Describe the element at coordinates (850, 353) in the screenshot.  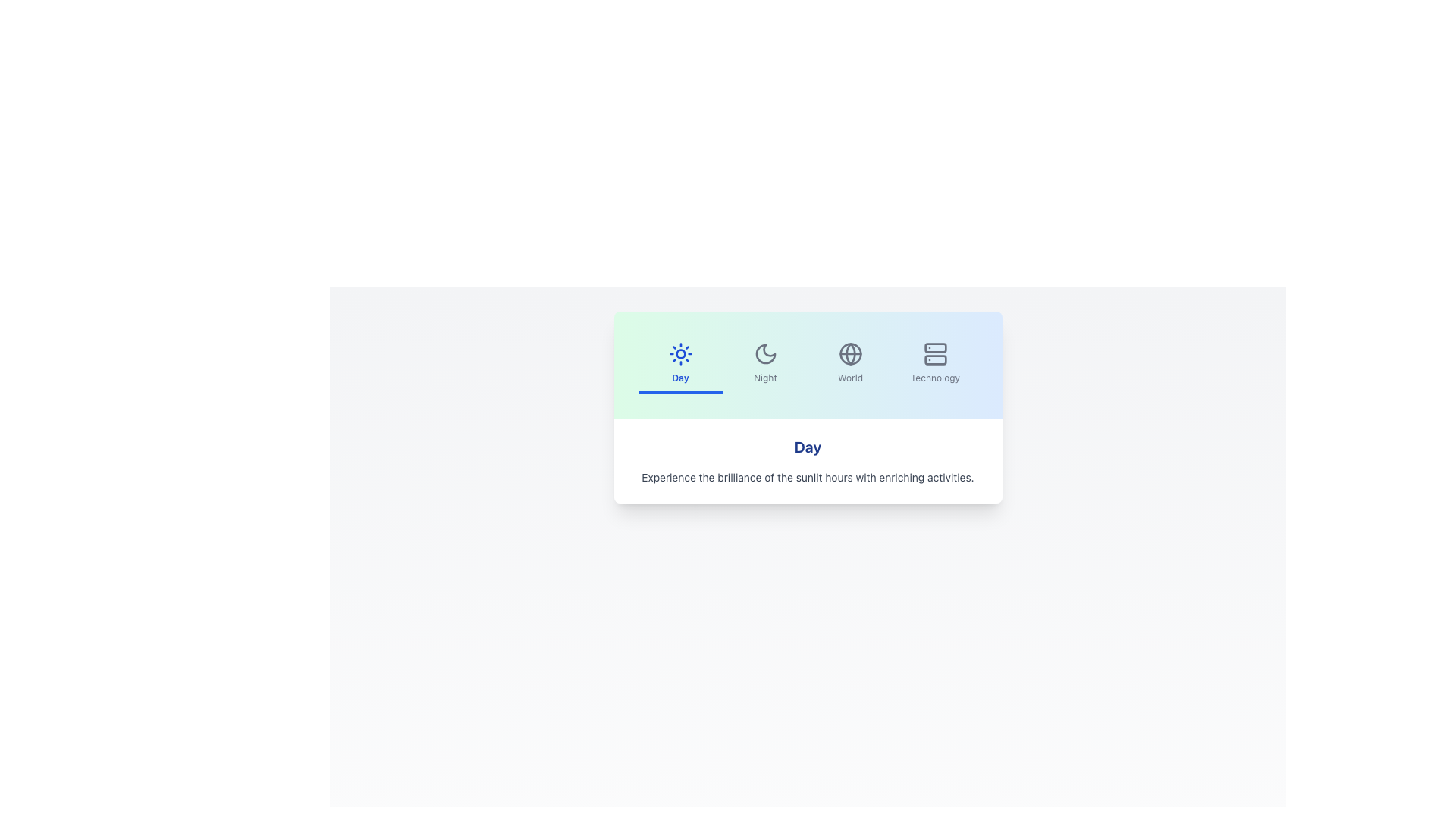
I see `the 'World' tab icon` at that location.